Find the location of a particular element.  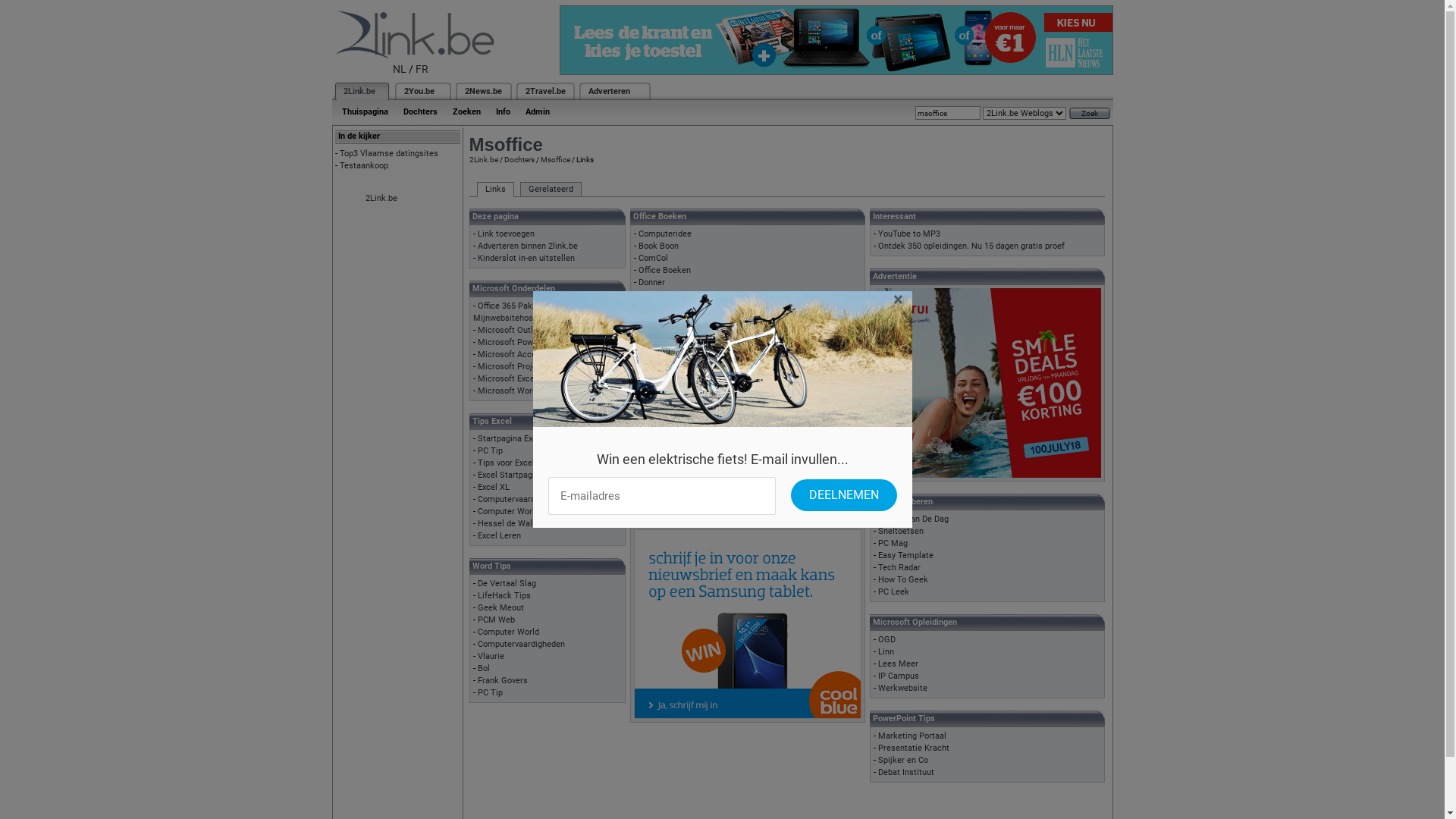

'How To Geek' is located at coordinates (902, 579).